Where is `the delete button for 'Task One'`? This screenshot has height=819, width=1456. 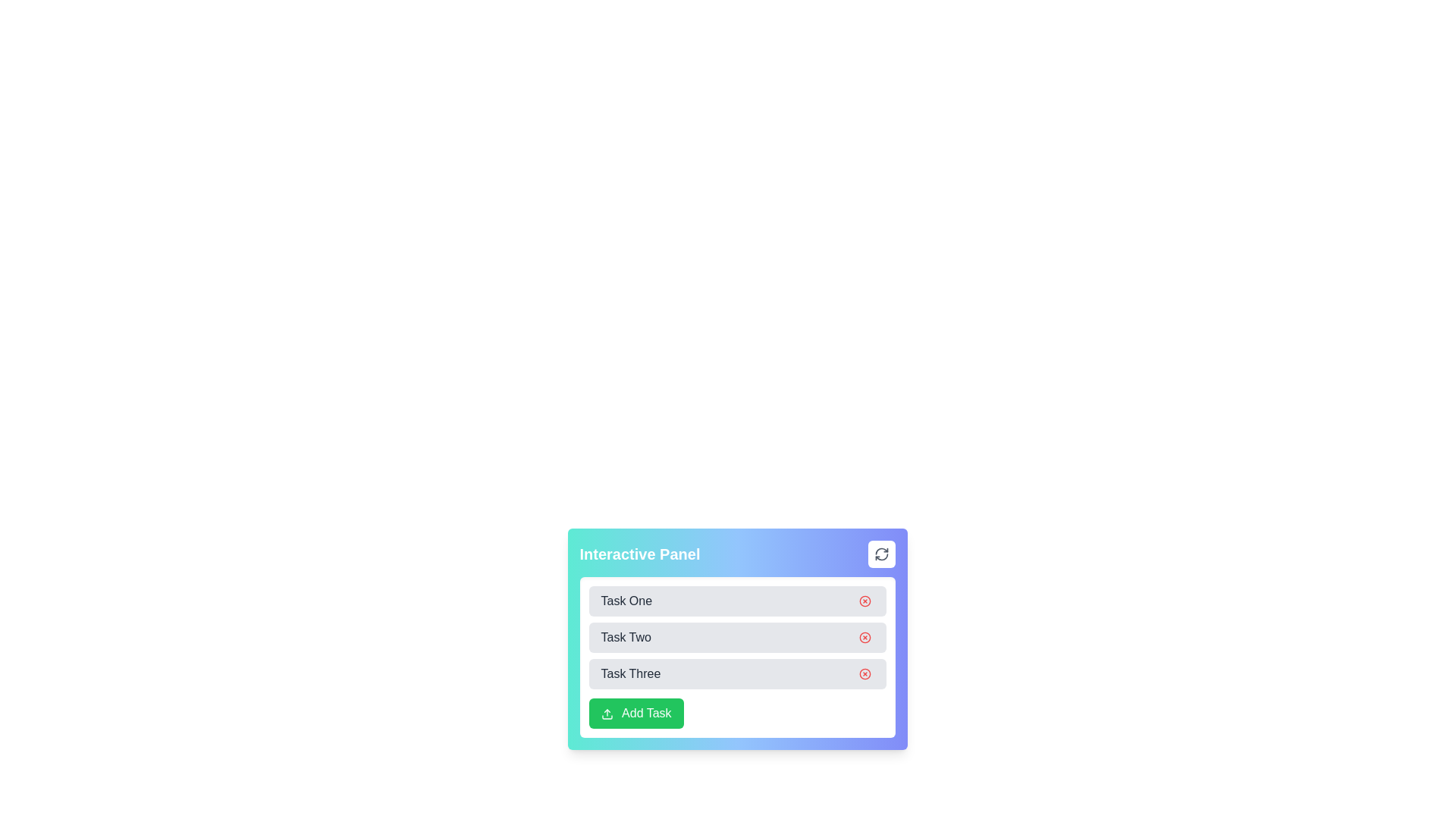
the delete button for 'Task One' is located at coordinates (864, 601).